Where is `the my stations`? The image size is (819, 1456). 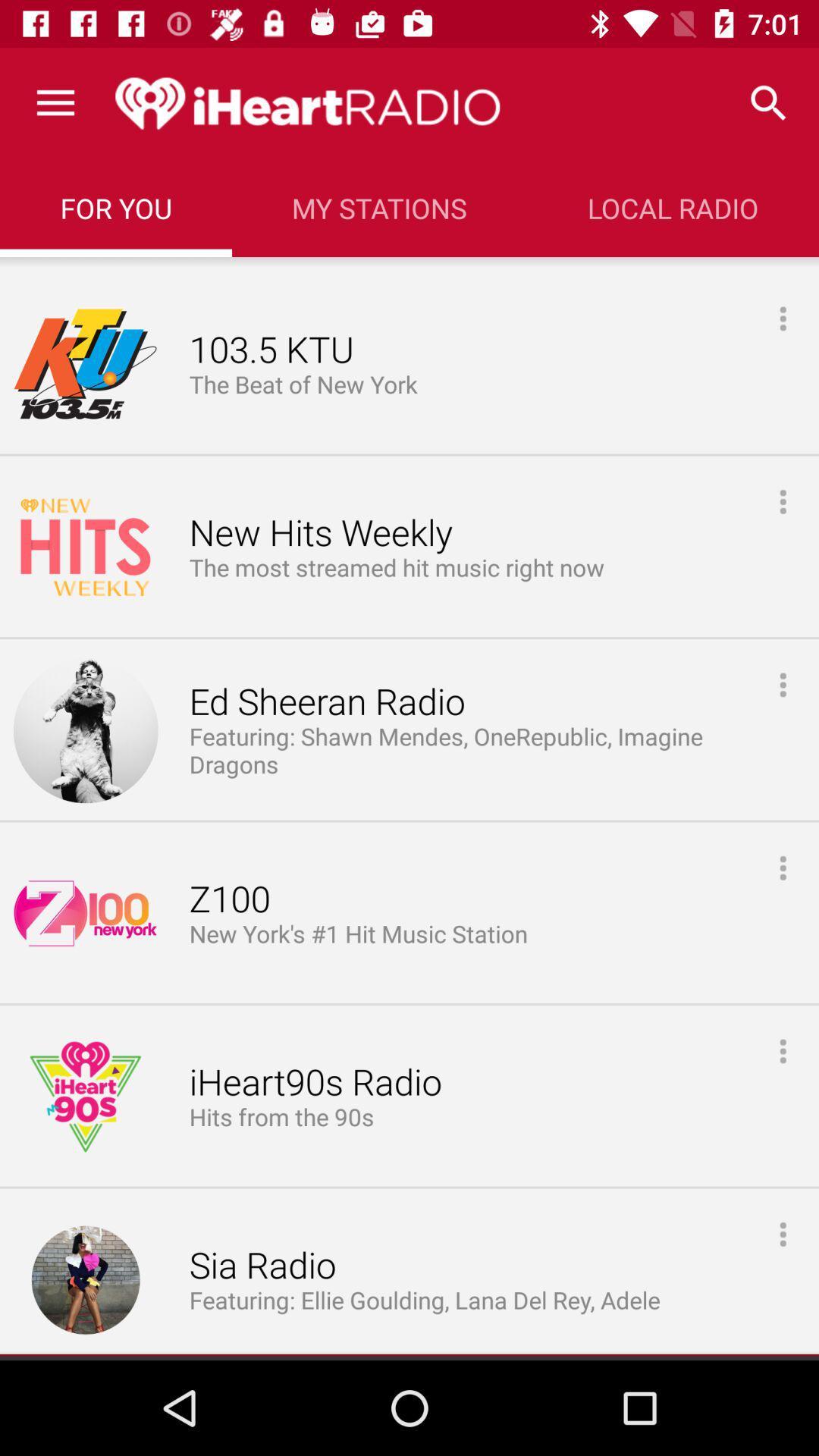 the my stations is located at coordinates (378, 207).